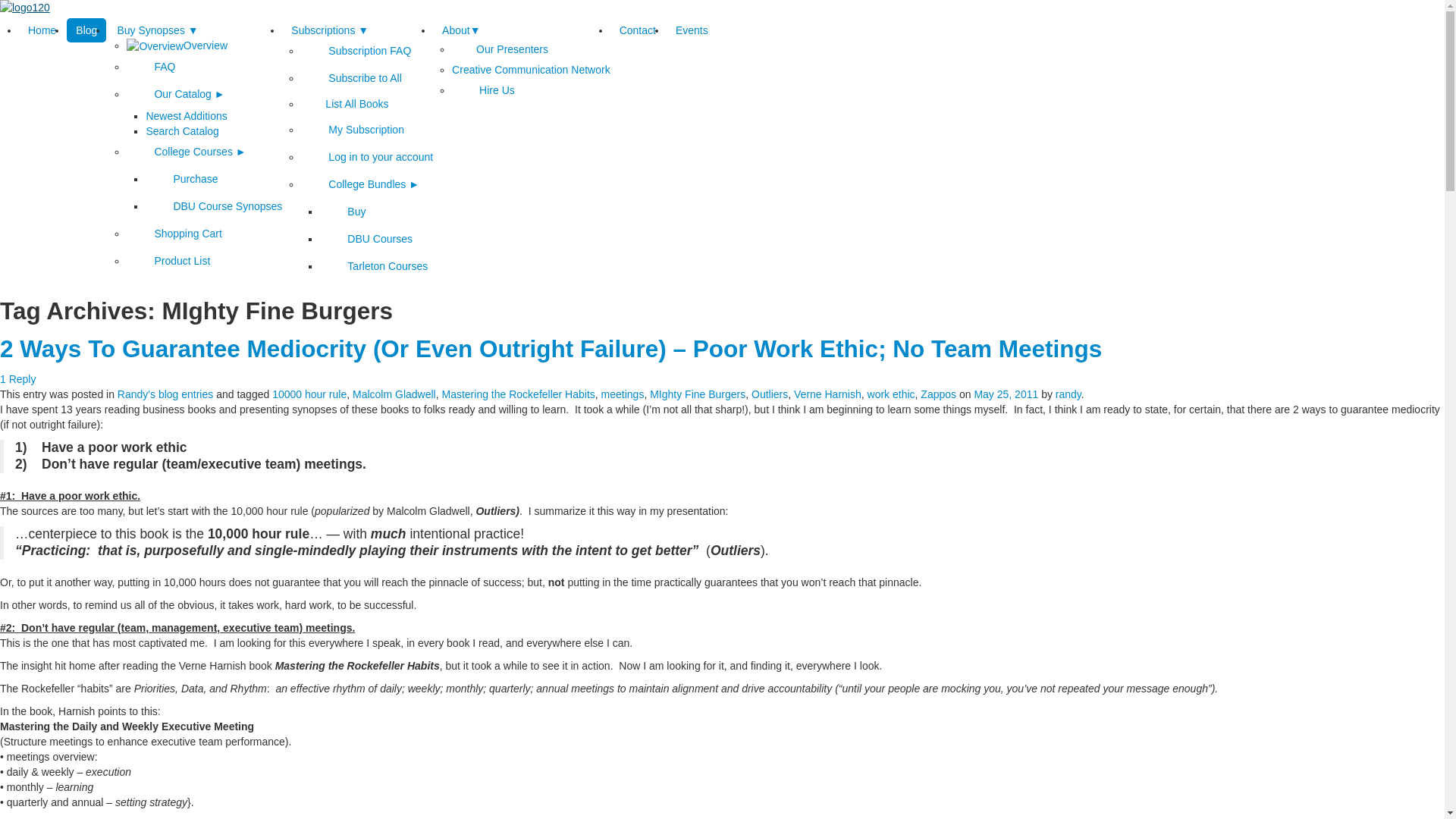  What do you see at coordinates (86, 30) in the screenshot?
I see `'Blog'` at bounding box center [86, 30].